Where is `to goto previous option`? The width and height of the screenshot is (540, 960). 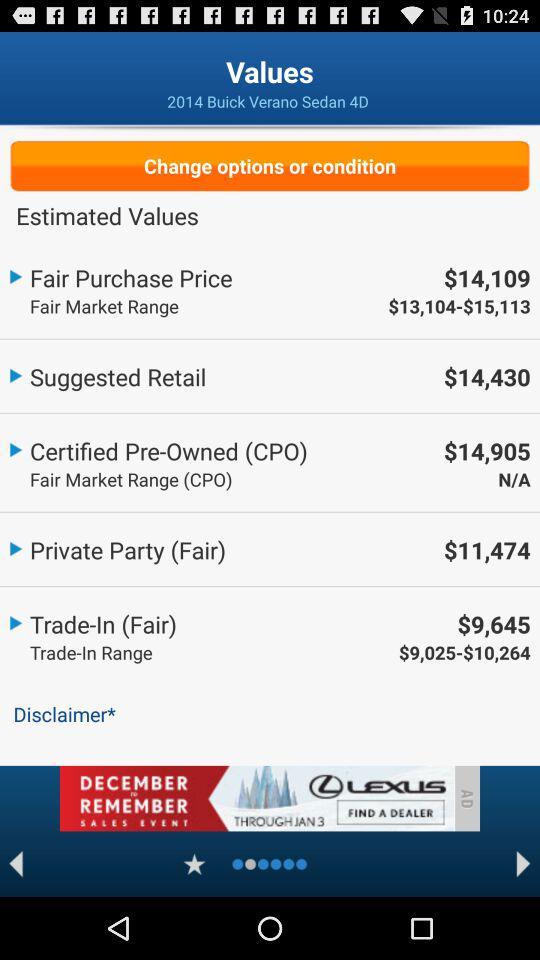
to goto previous option is located at coordinates (15, 863).